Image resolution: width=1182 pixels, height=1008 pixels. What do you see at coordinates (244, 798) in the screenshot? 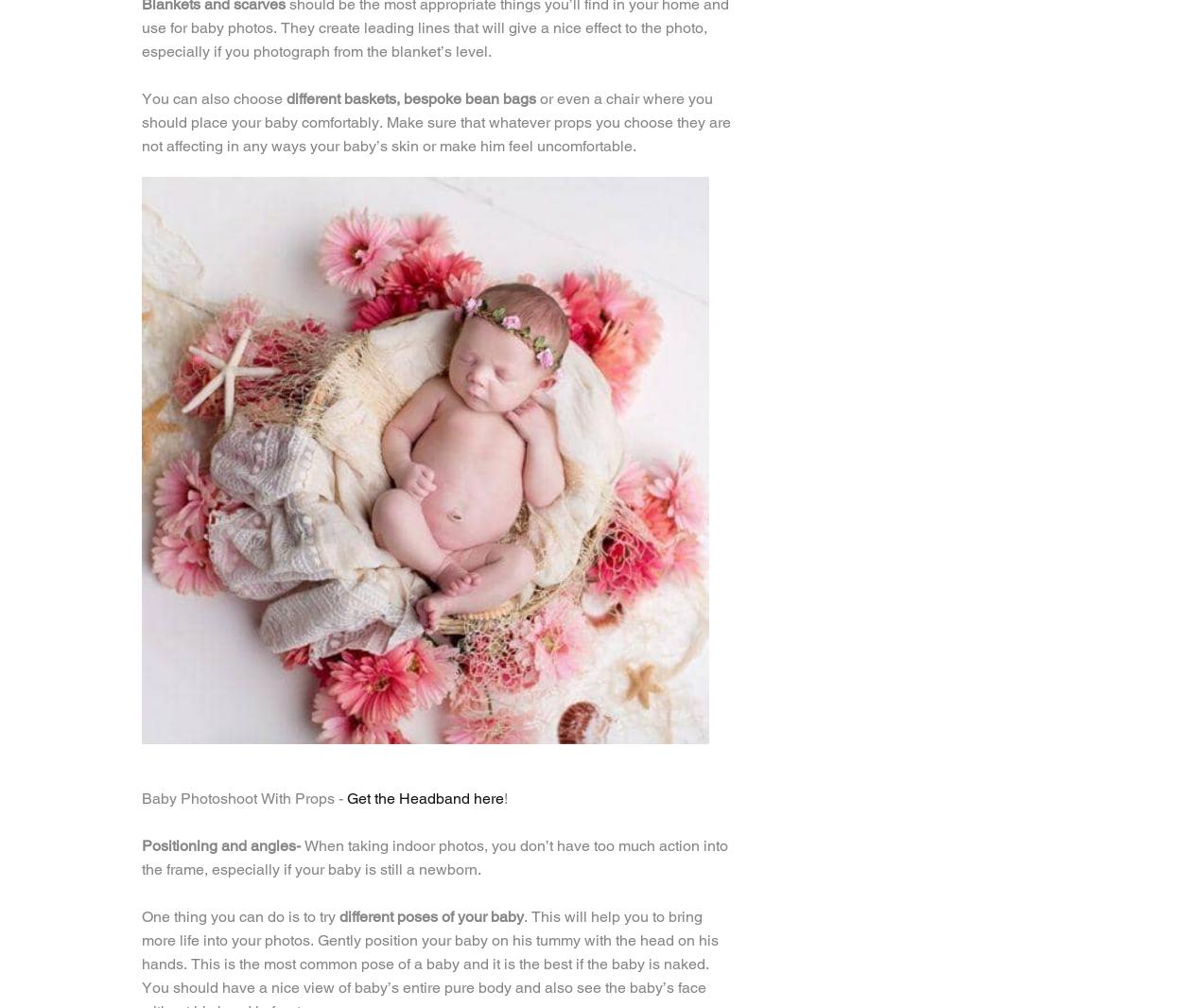
I see `'Baby Photoshoot With Props -'` at bounding box center [244, 798].